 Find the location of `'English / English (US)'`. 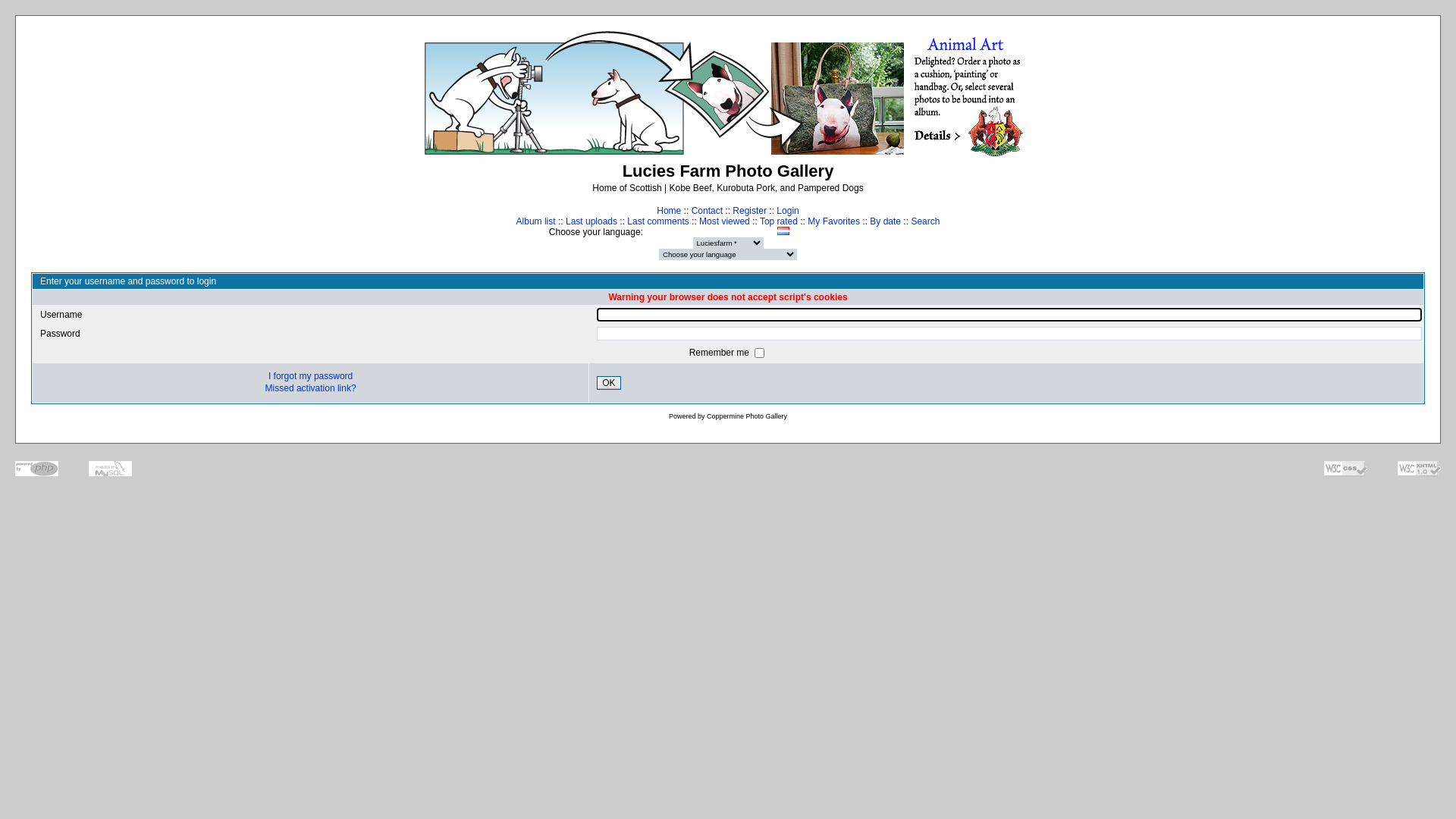

'English / English (US)' is located at coordinates (709, 231).